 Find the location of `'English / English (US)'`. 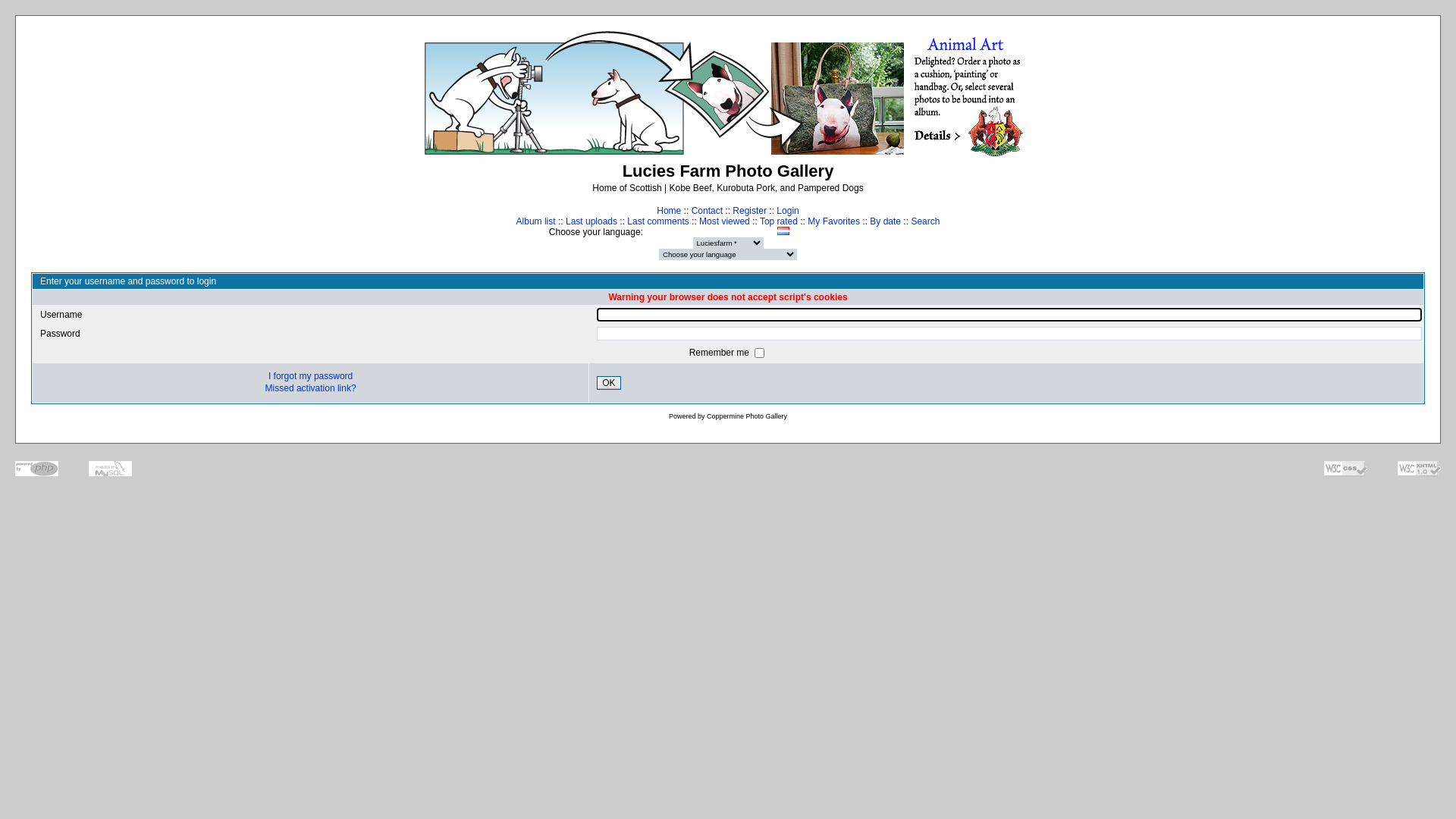

'English / English (US)' is located at coordinates (709, 231).